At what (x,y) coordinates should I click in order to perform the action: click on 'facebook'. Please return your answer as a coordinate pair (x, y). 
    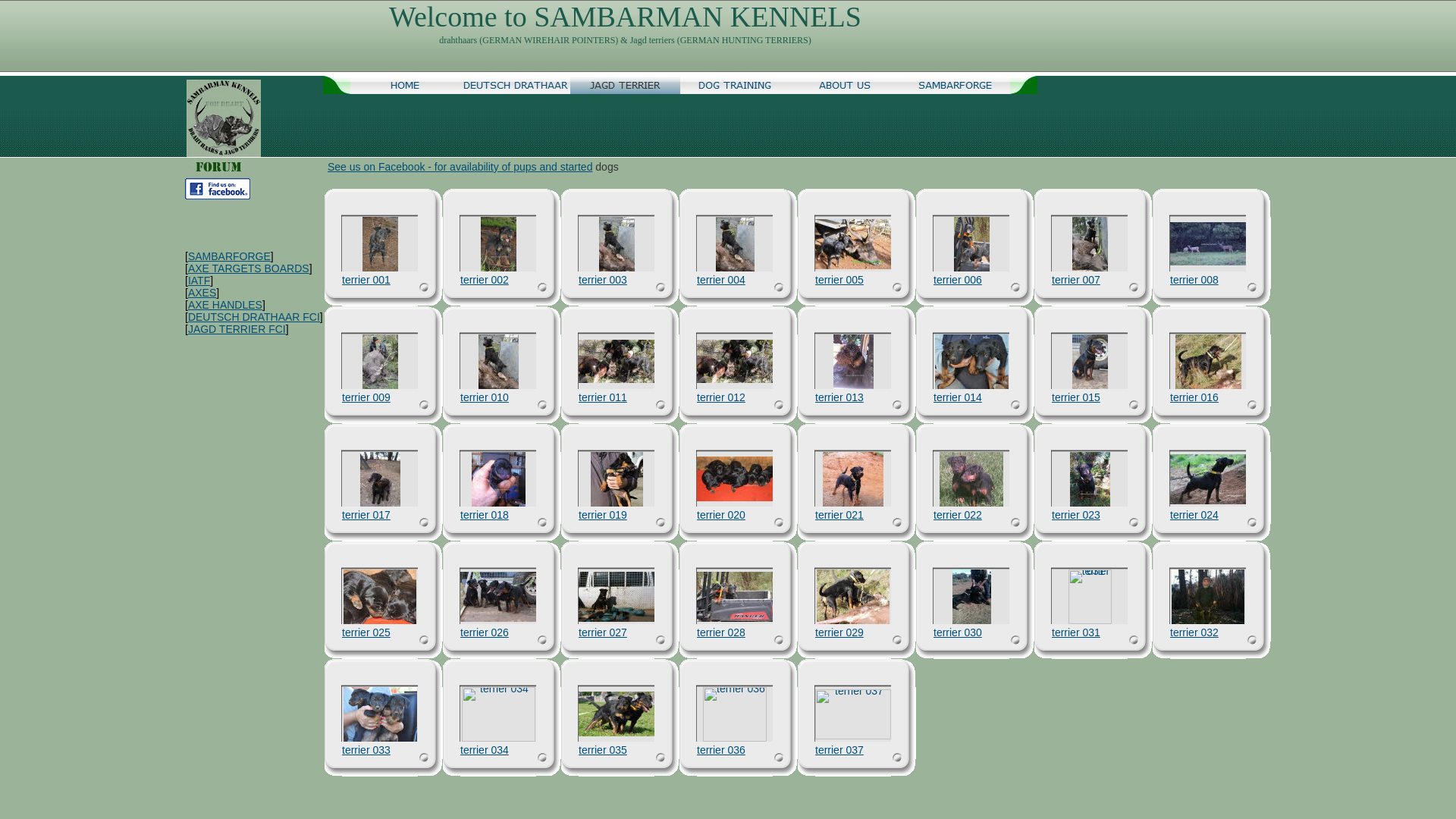
    Looking at the image, I should click on (184, 188).